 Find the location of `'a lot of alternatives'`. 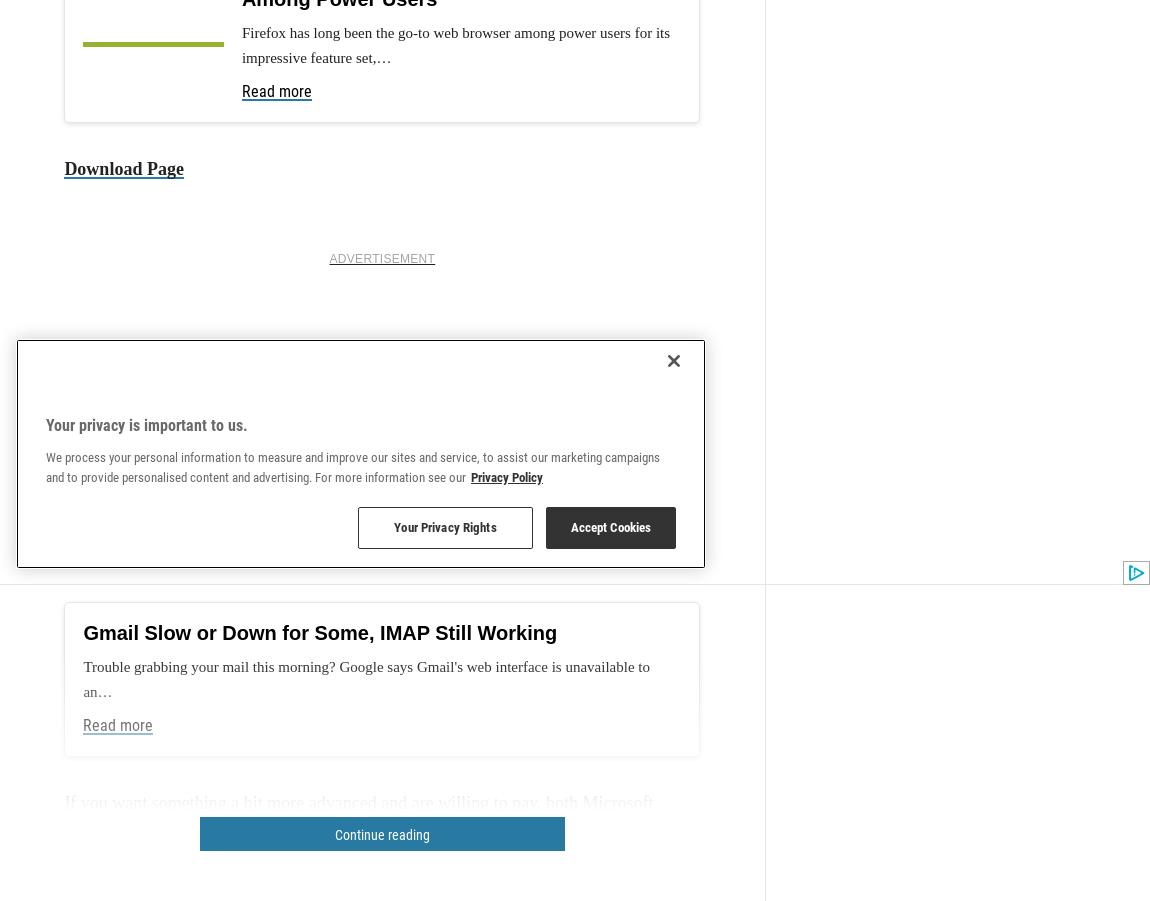

'a lot of alternatives' is located at coordinates (371, 657).